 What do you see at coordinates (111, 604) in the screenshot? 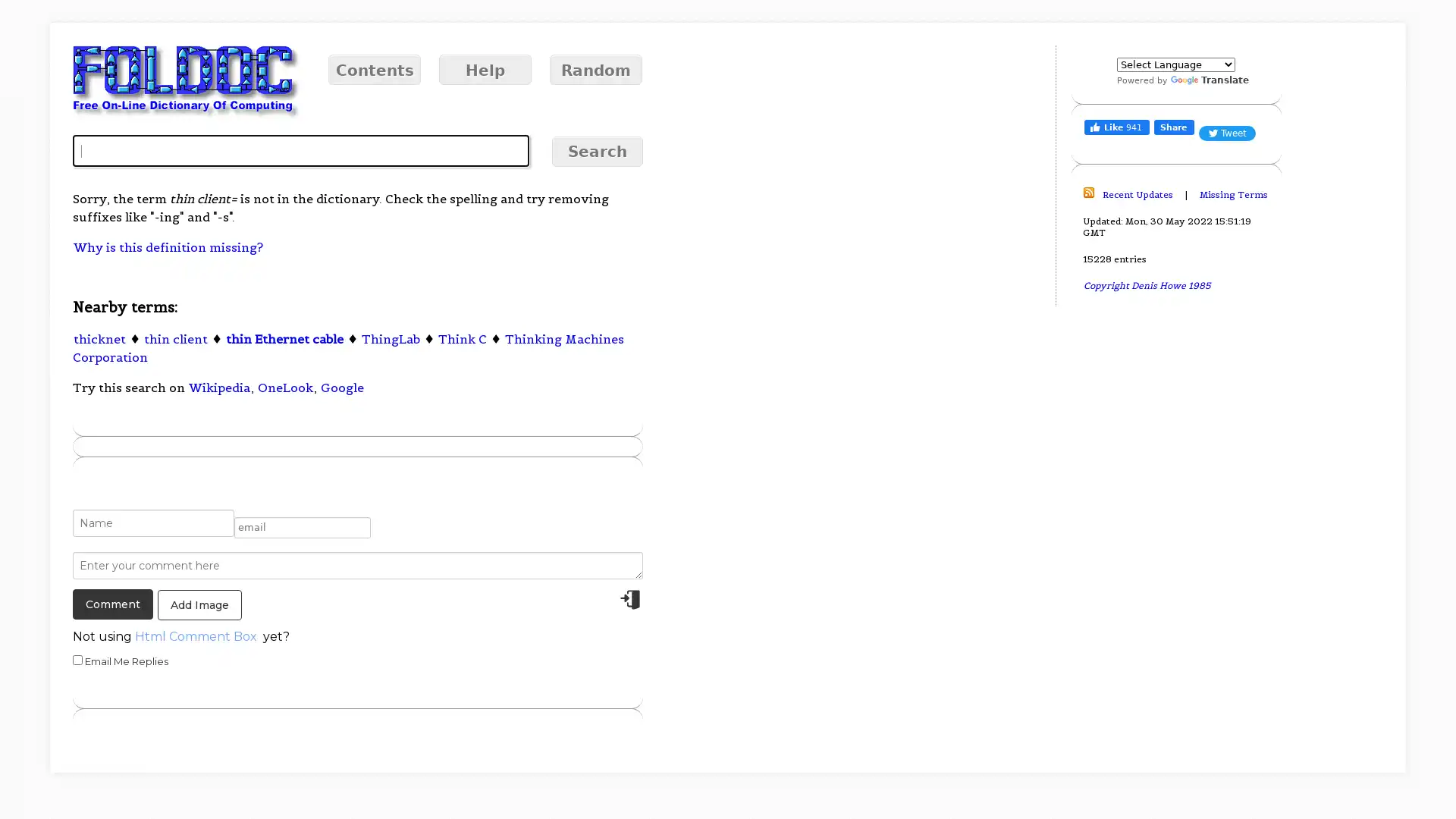
I see `Comment` at bounding box center [111, 604].